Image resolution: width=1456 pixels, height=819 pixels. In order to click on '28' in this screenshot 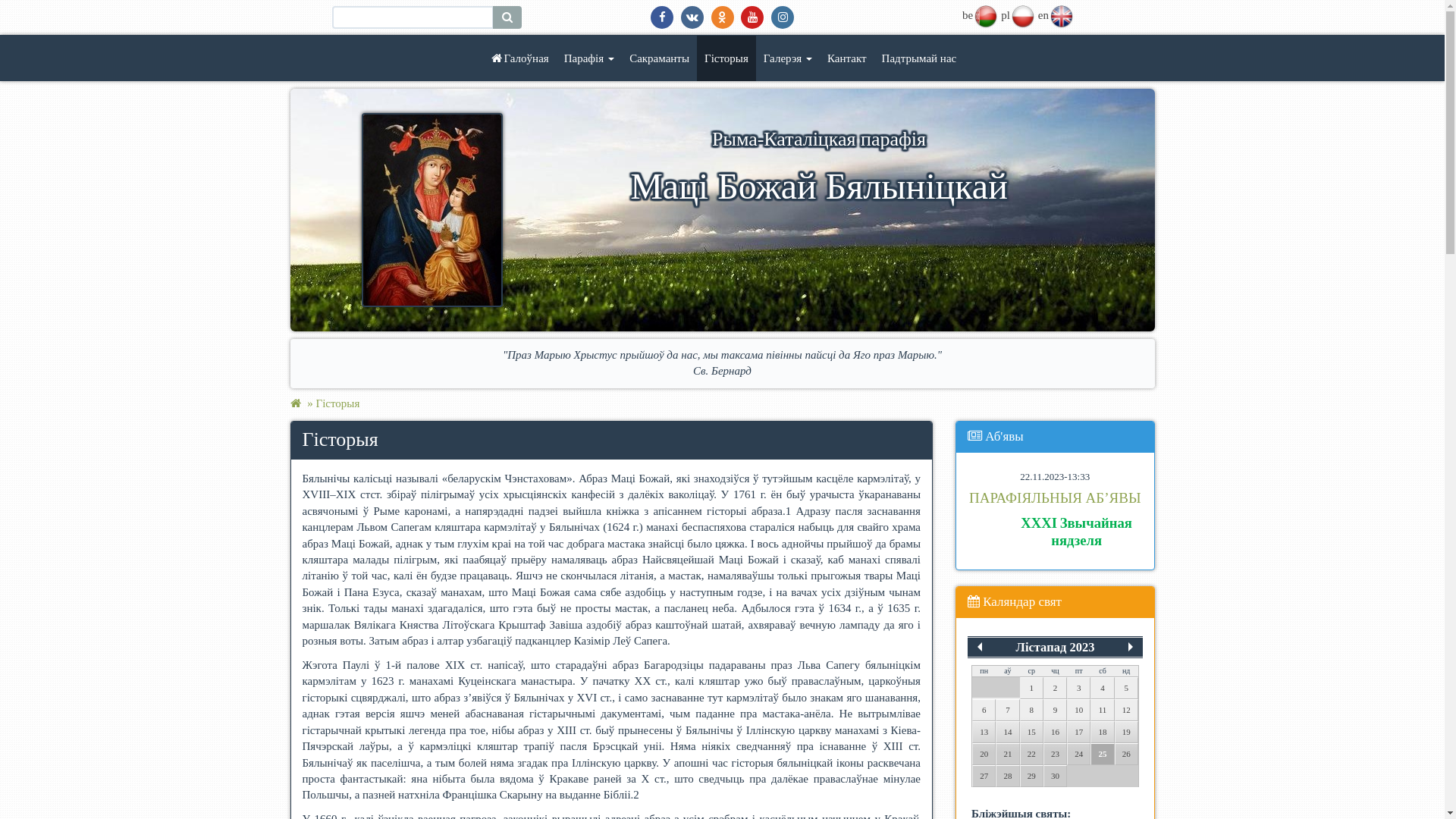, I will do `click(1007, 776)`.